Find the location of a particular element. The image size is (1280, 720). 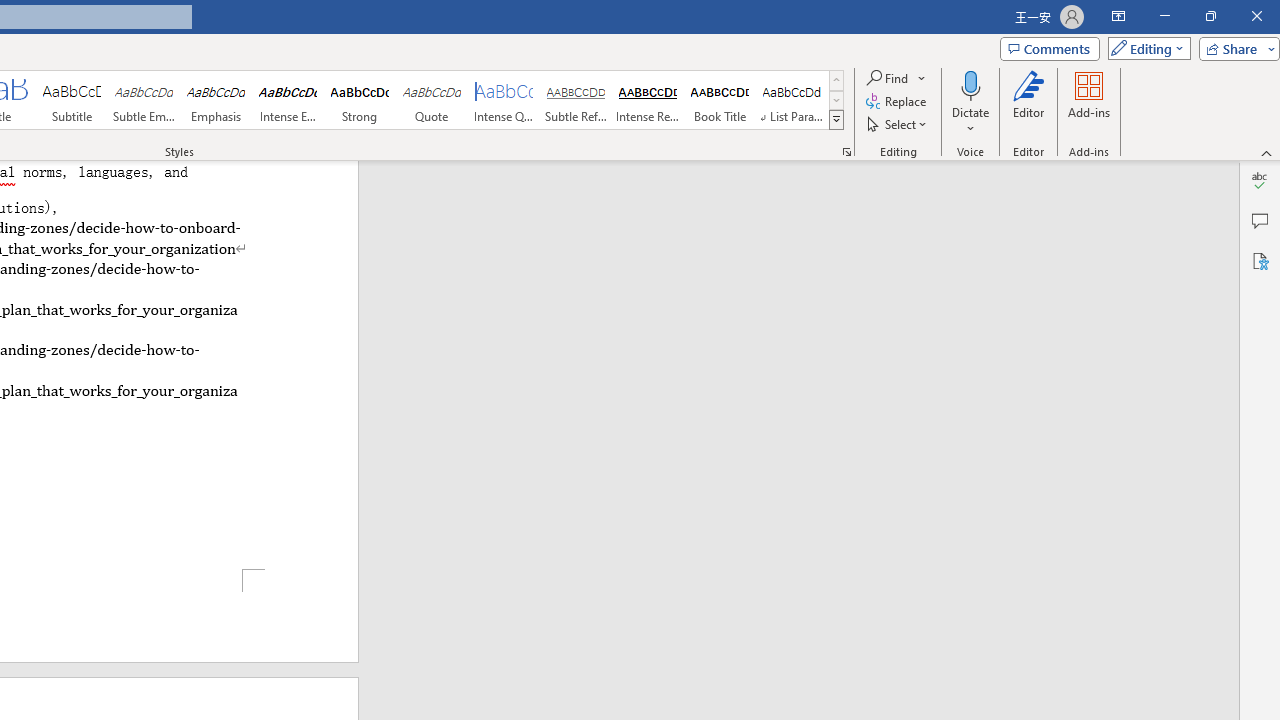

'Quote' is located at coordinates (431, 100).